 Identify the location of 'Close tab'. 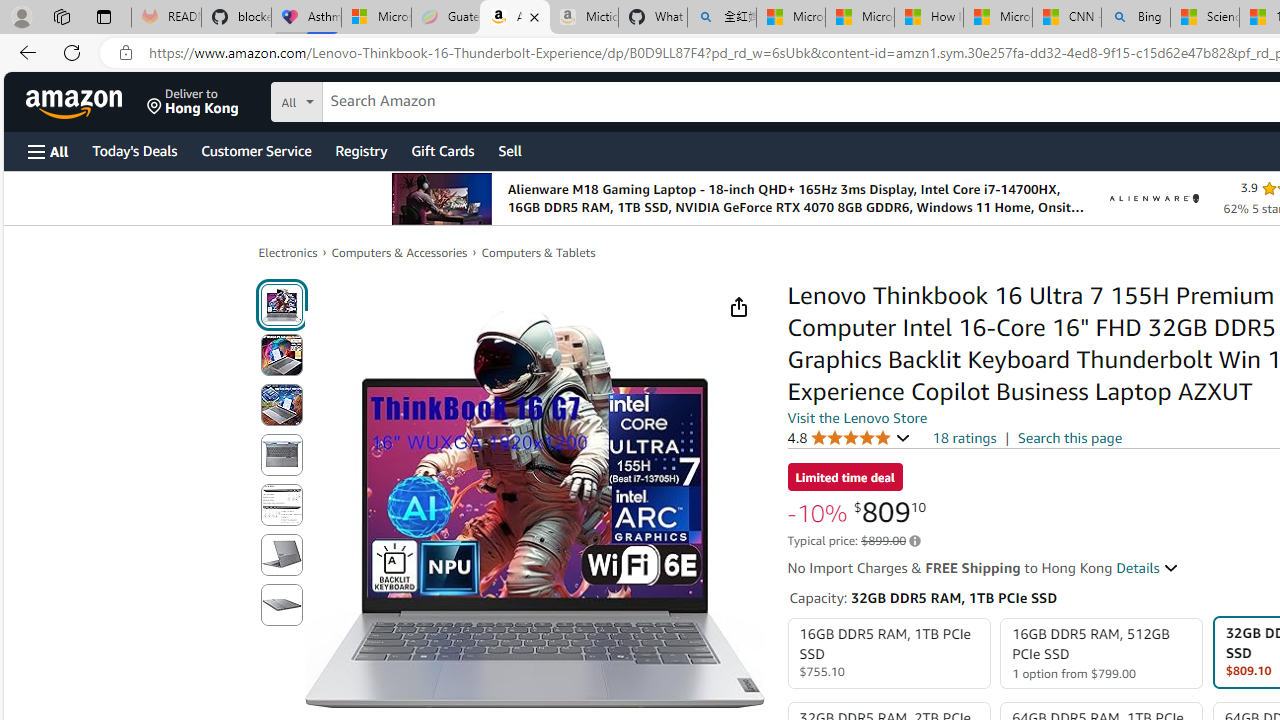
(534, 17).